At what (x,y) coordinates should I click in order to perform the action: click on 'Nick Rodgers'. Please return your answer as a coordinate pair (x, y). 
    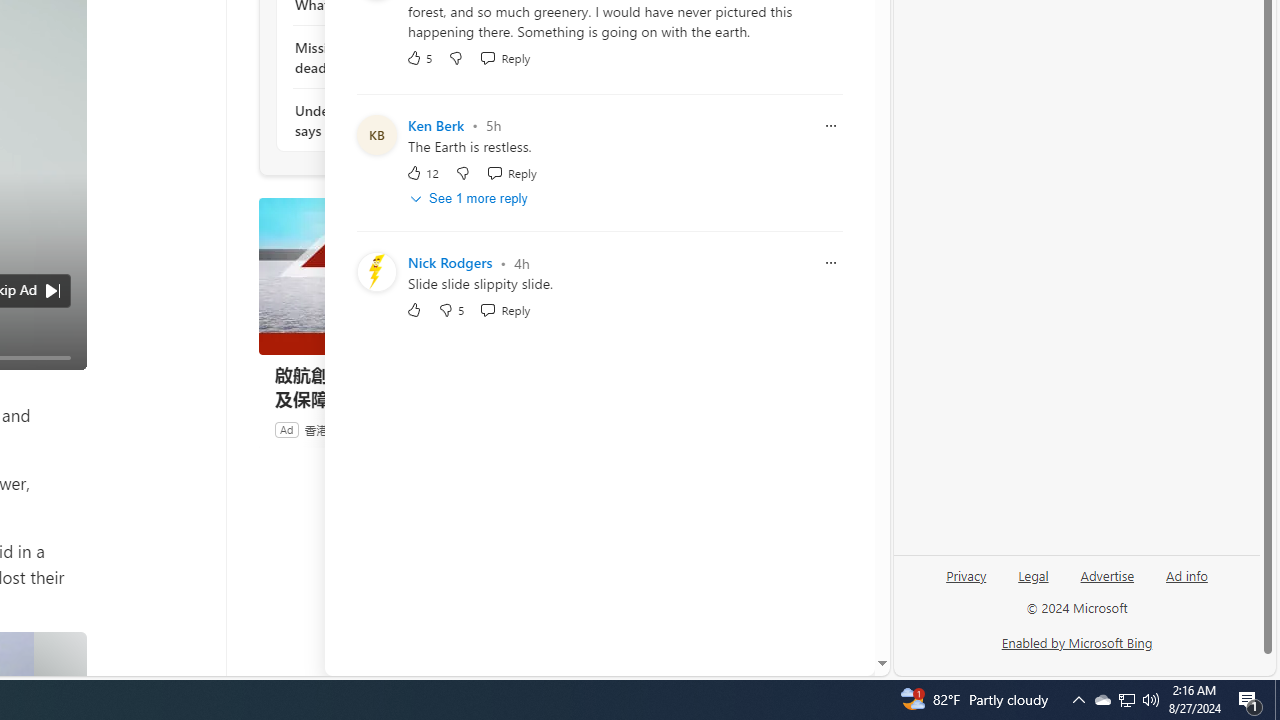
    Looking at the image, I should click on (449, 262).